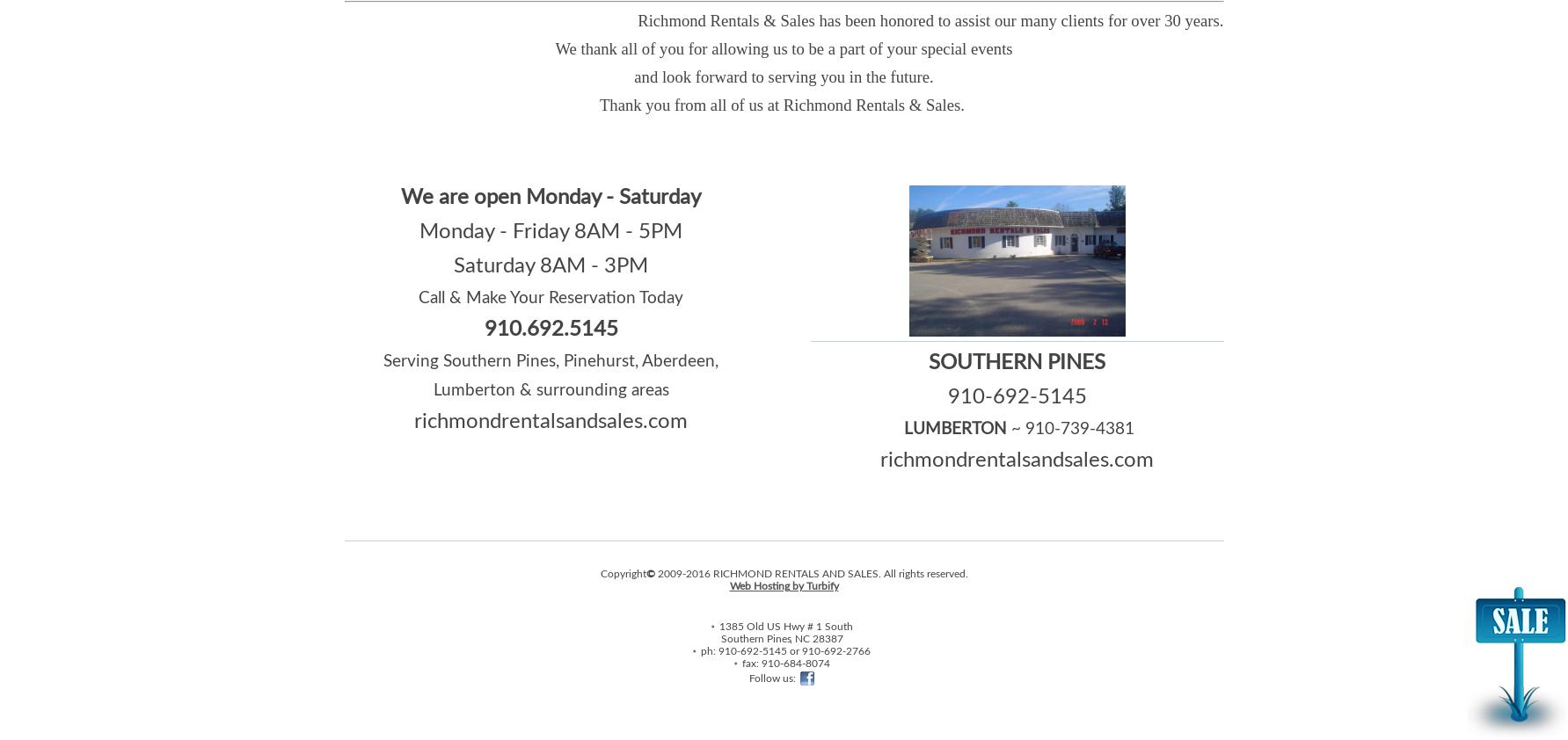 The width and height of the screenshot is (1568, 740). Describe the element at coordinates (1016, 361) in the screenshot. I see `'SOUTHERN PINES'` at that location.